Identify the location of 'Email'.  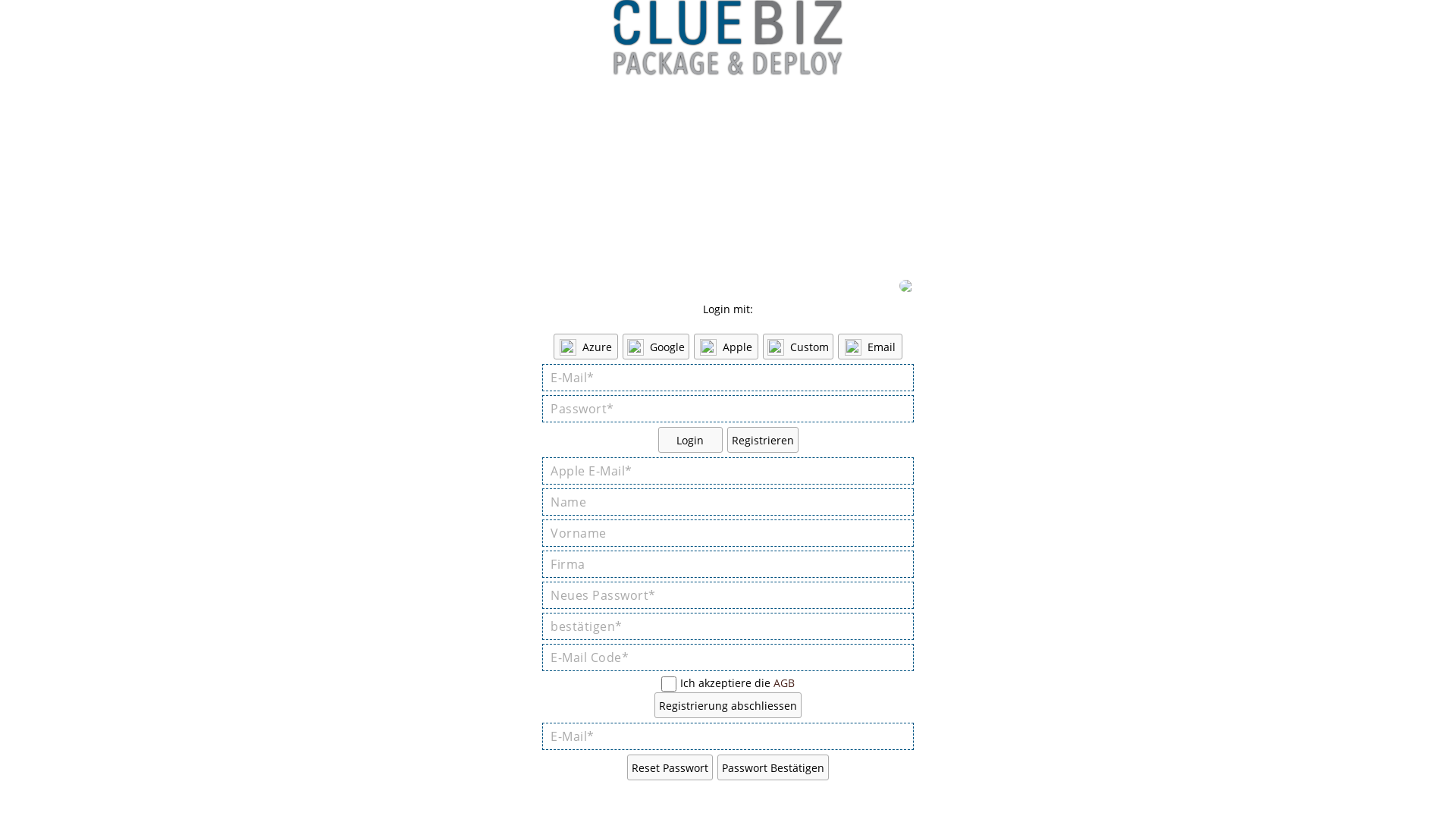
(870, 346).